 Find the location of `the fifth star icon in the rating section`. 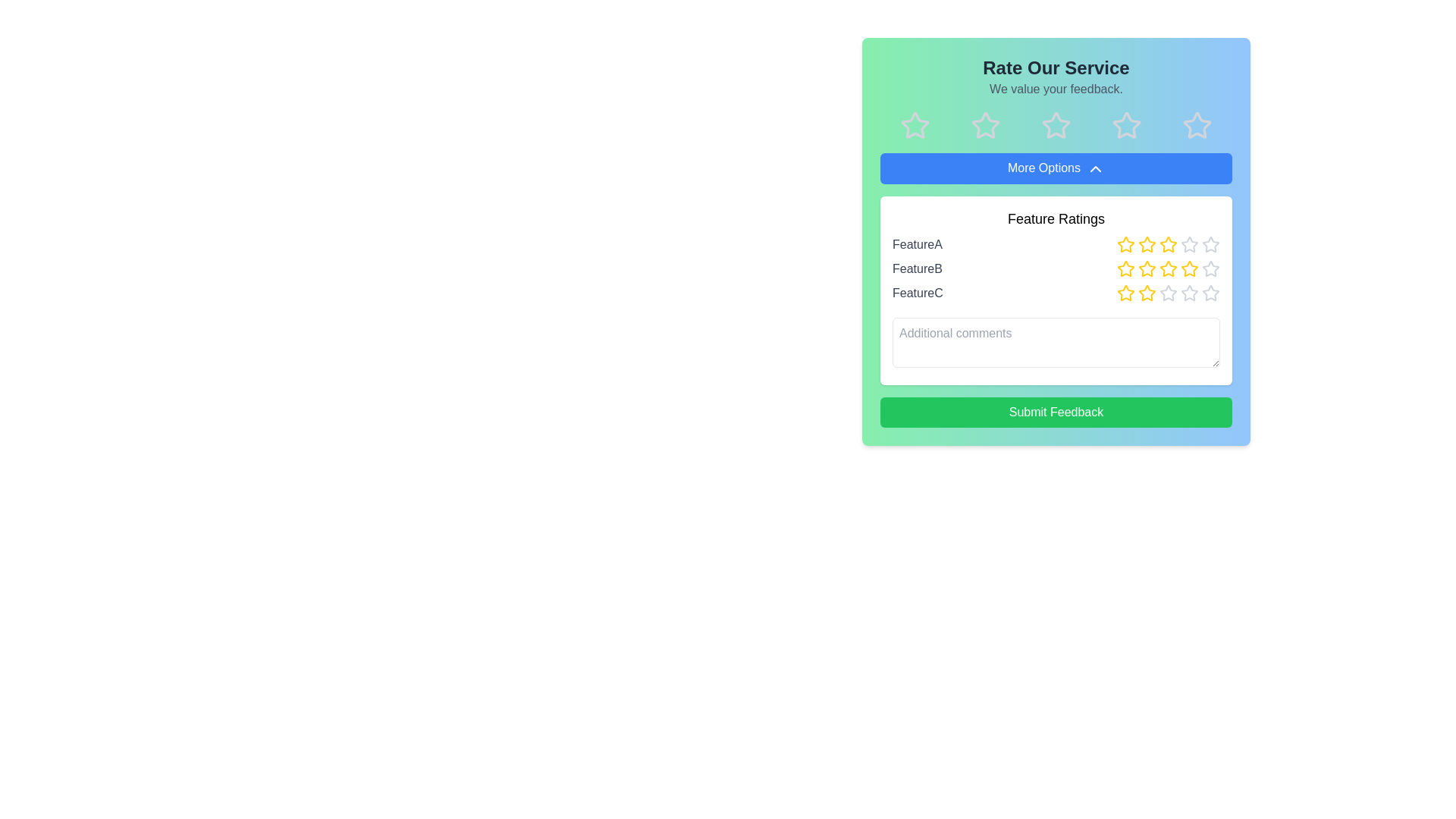

the fifth star icon in the rating section is located at coordinates (1196, 124).